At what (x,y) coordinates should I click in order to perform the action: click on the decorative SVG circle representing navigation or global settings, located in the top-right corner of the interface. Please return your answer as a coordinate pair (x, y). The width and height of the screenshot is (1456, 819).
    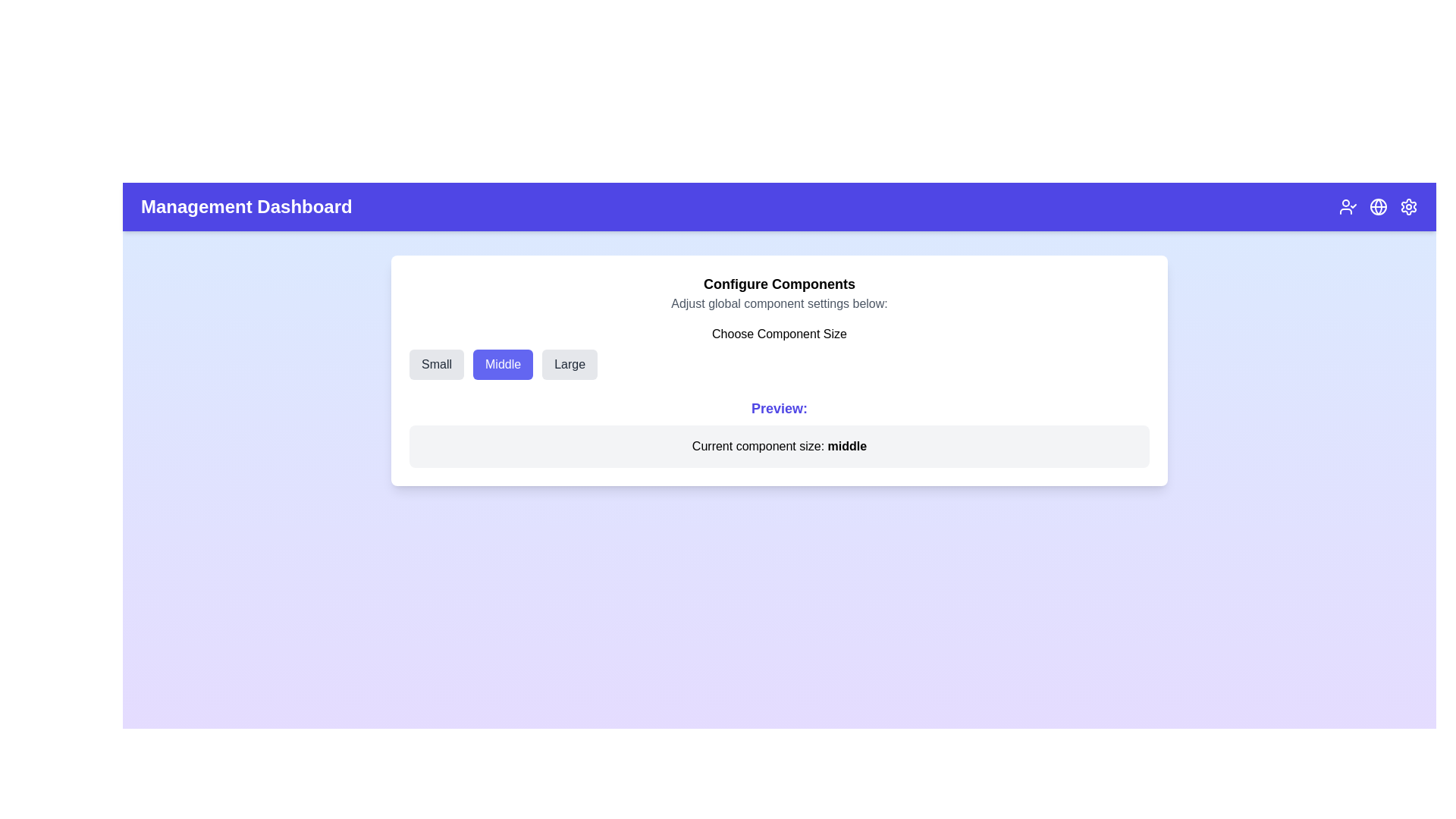
    Looking at the image, I should click on (1379, 207).